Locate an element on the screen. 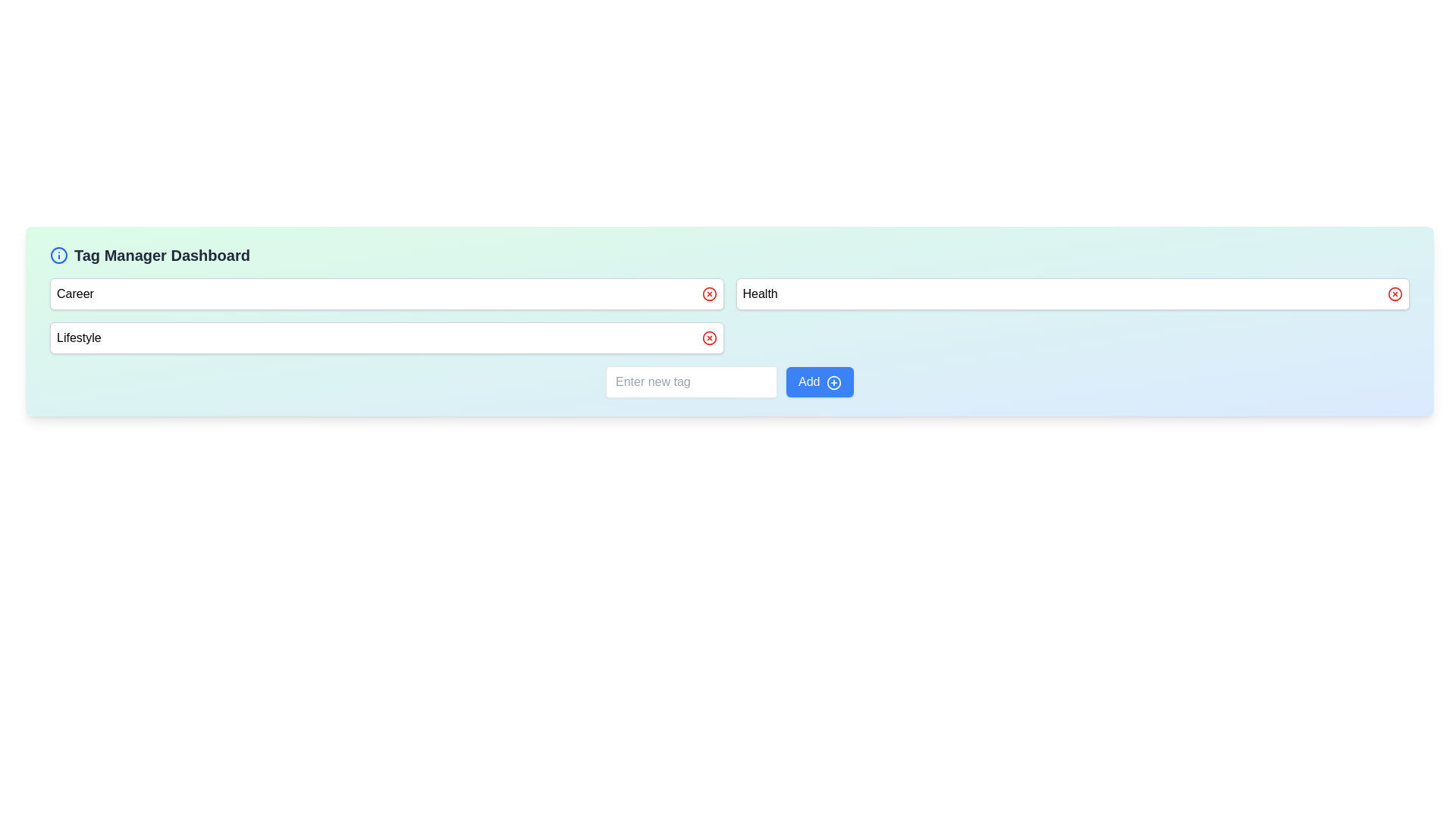 The width and height of the screenshot is (1456, 819). the circular blue outlined 'info' icon located to the left of 'Tag Manager Dashboard' is located at coordinates (58, 254).